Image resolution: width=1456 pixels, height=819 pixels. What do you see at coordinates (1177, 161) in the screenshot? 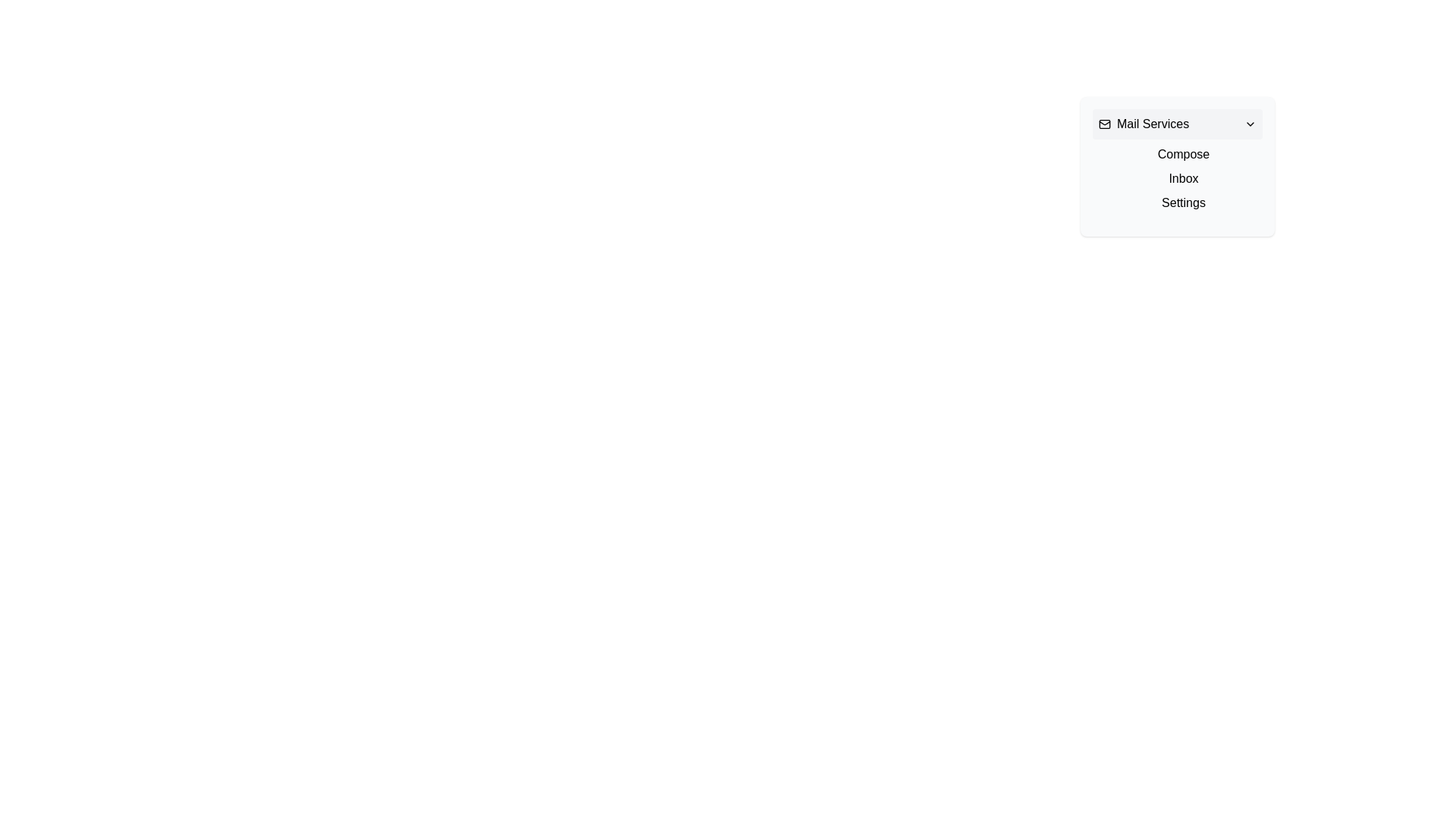
I see `the 'Compose' menu item located inside the 'Mail Services' dropdown menu` at bounding box center [1177, 161].